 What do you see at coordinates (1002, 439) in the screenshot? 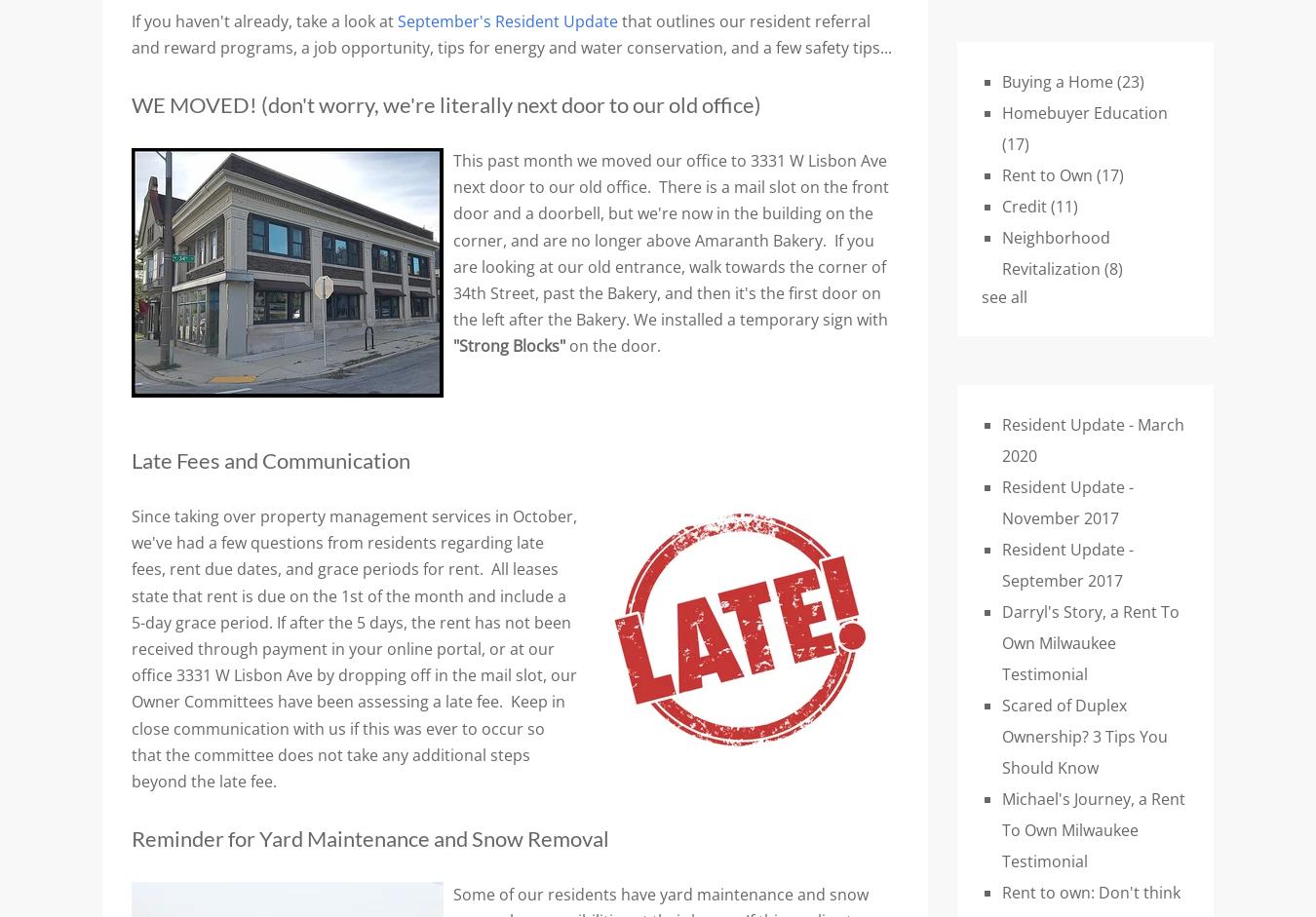
I see `'Resident Update - March 2020'` at bounding box center [1002, 439].